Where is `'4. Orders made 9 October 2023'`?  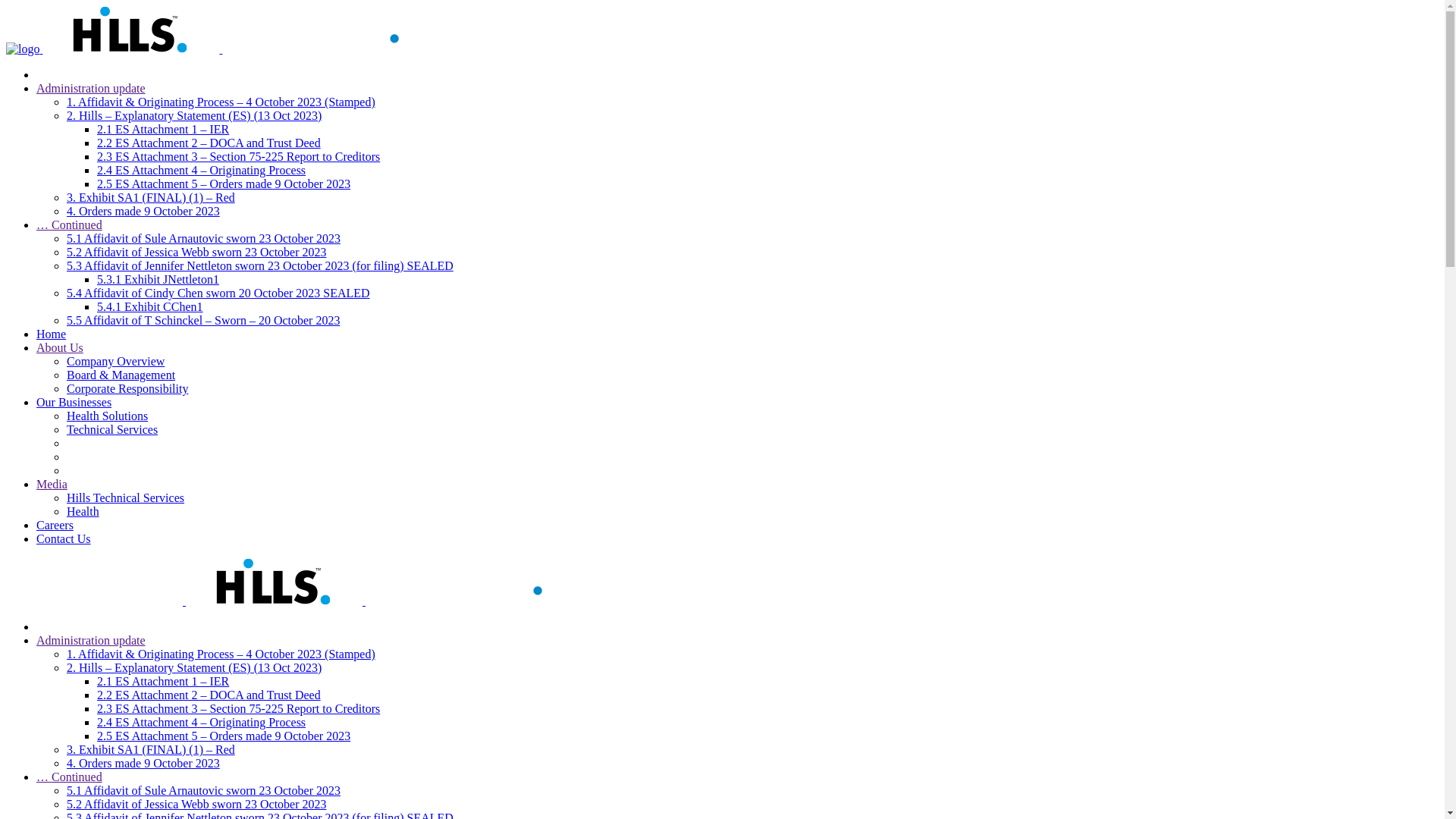
'4. Orders made 9 October 2023' is located at coordinates (143, 763).